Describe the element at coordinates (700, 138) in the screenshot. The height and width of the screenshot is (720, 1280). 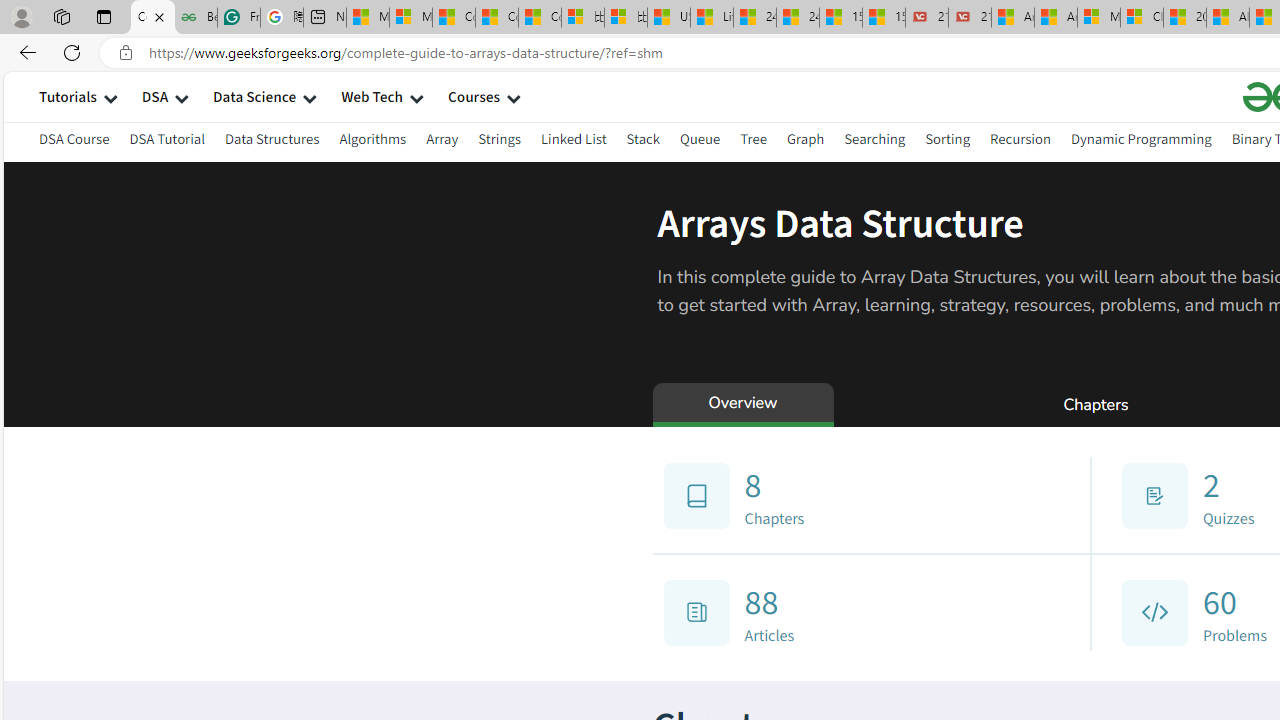
I see `'Queue'` at that location.